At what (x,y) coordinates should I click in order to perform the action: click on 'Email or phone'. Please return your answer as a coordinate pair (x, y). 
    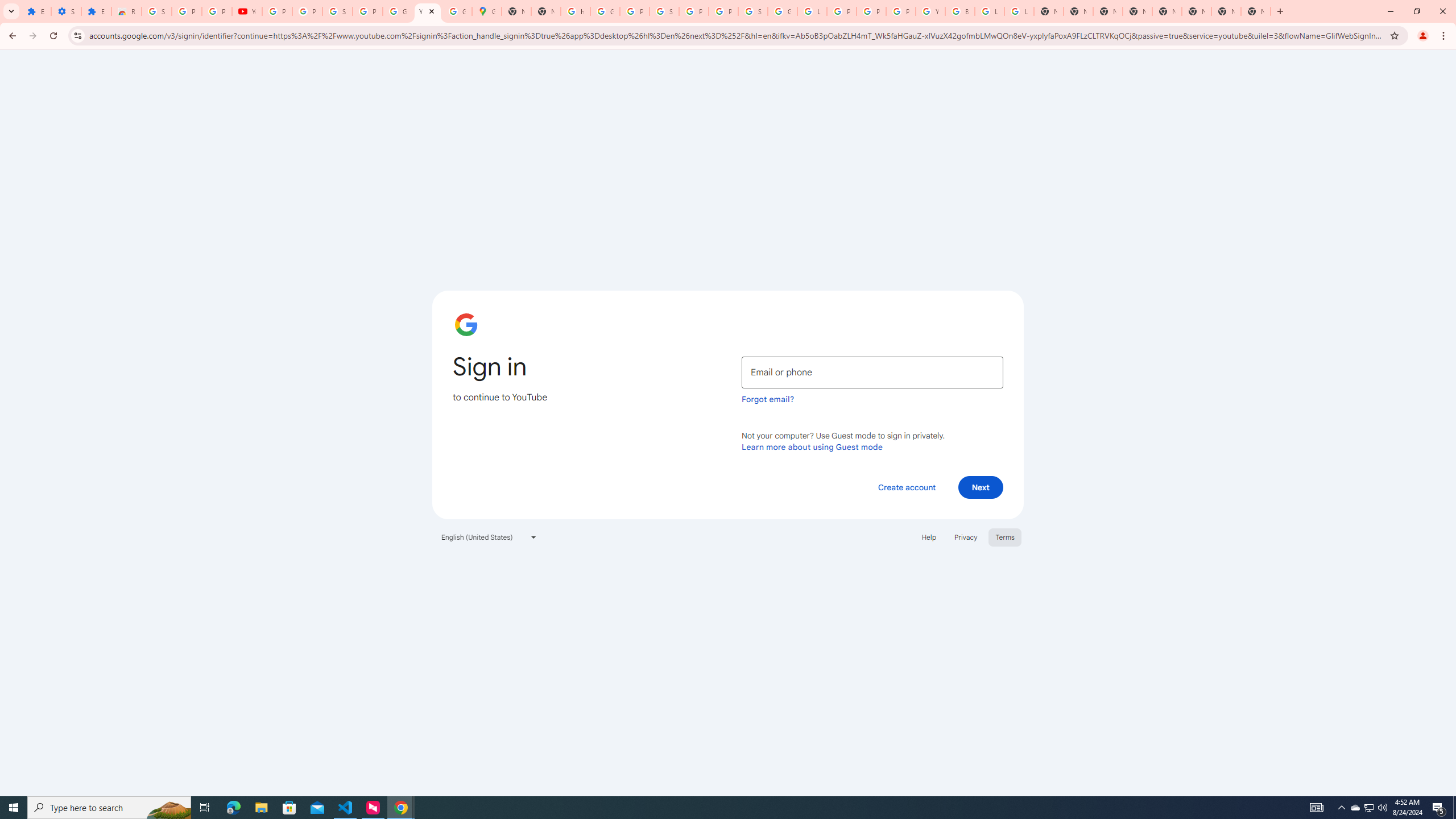
    Looking at the image, I should click on (872, 372).